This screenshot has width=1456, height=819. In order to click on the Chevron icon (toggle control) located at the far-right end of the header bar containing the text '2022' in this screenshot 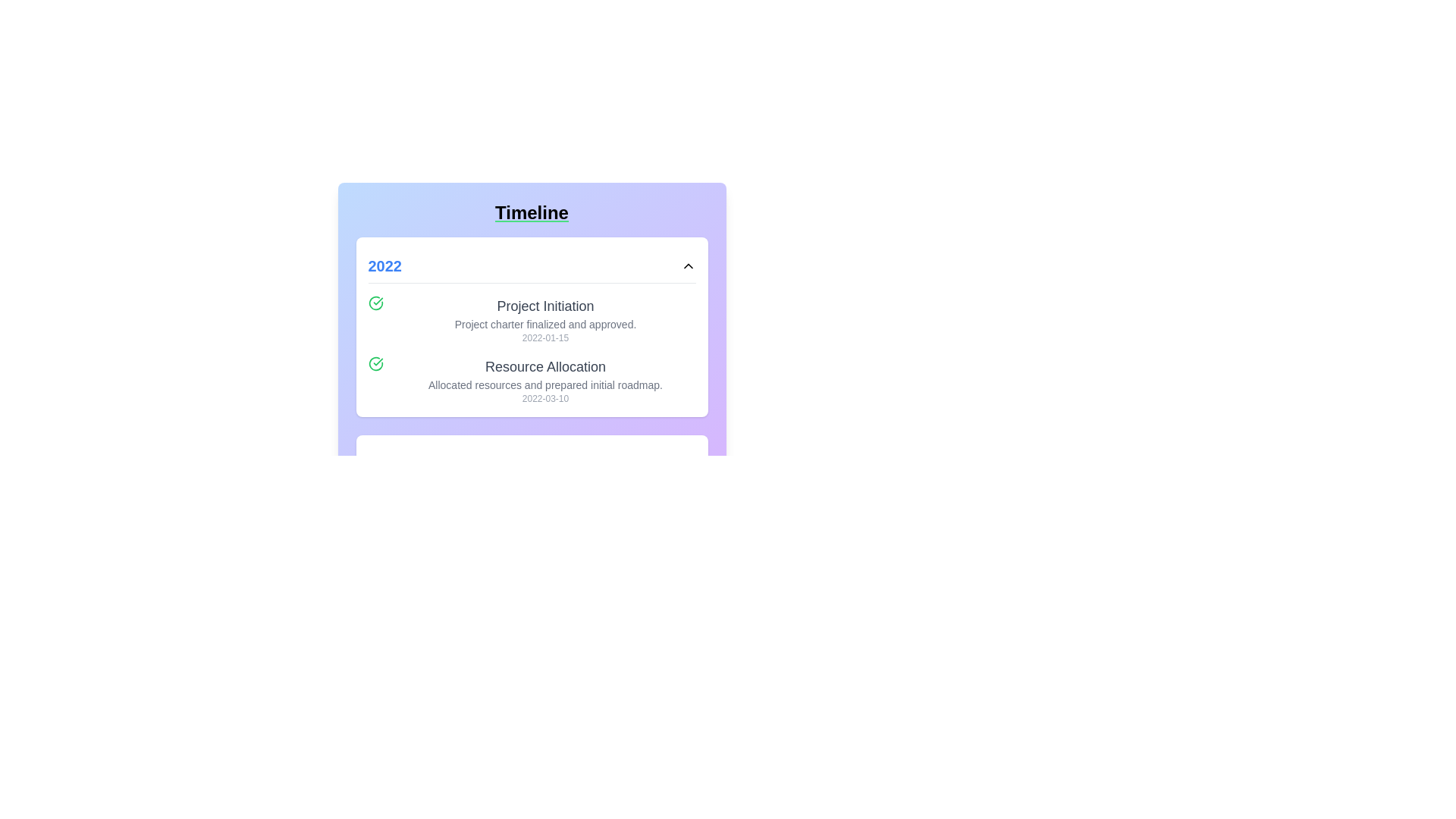, I will do `click(687, 265)`.